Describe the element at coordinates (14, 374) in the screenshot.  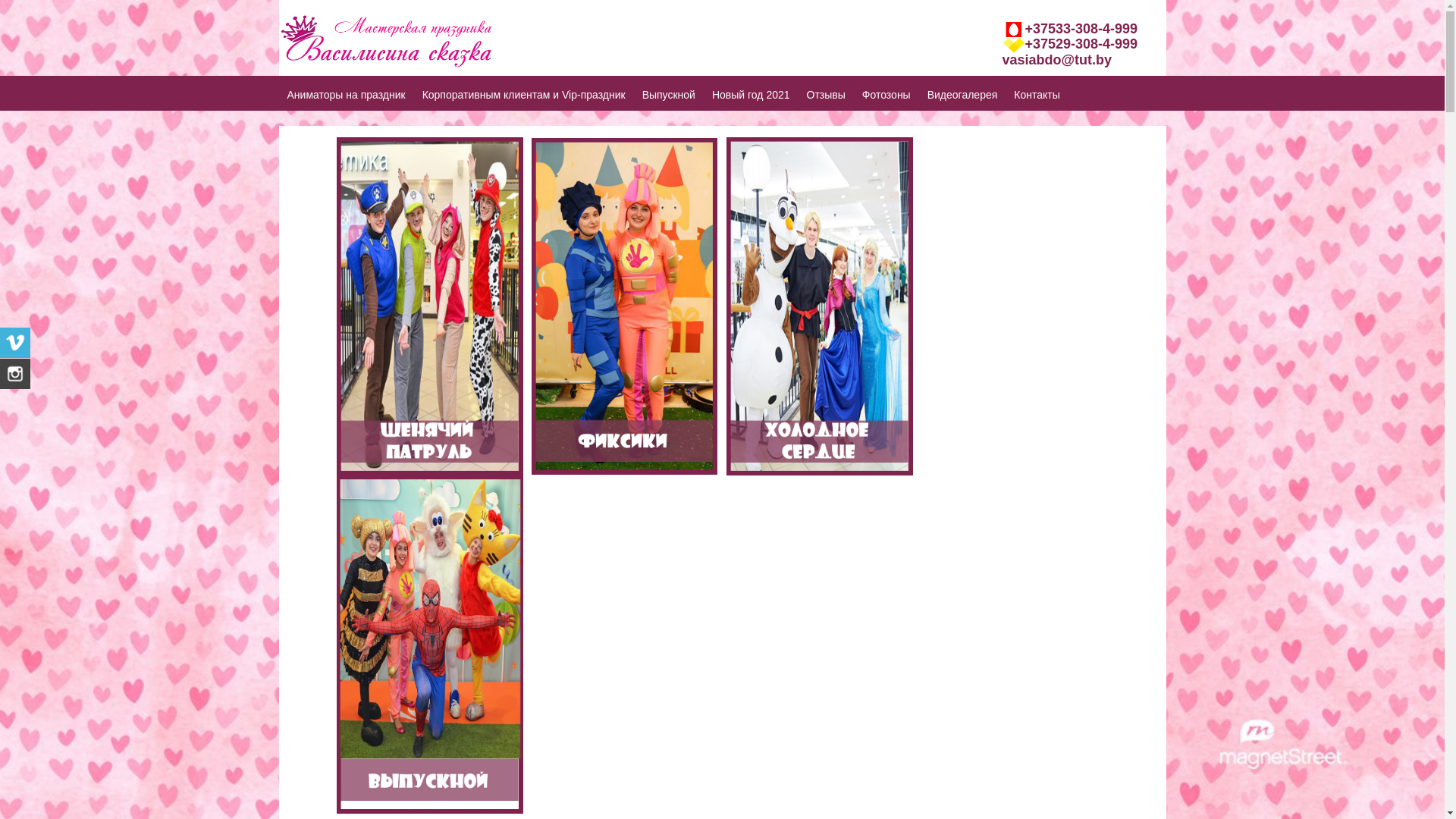
I see `'instagram'` at that location.